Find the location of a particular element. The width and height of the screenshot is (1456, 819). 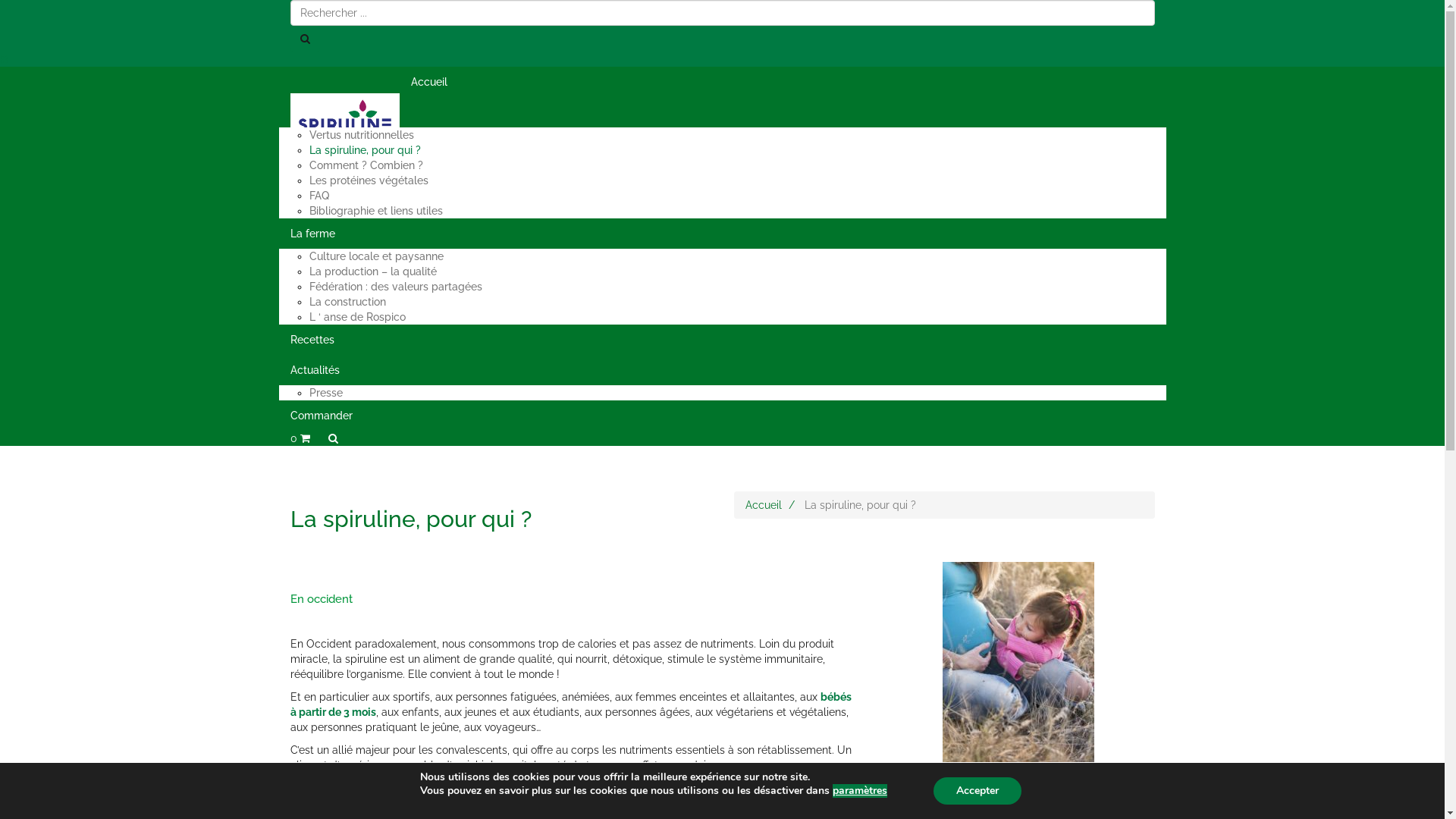

'La spiruline, pour qui ?' is located at coordinates (365, 149).